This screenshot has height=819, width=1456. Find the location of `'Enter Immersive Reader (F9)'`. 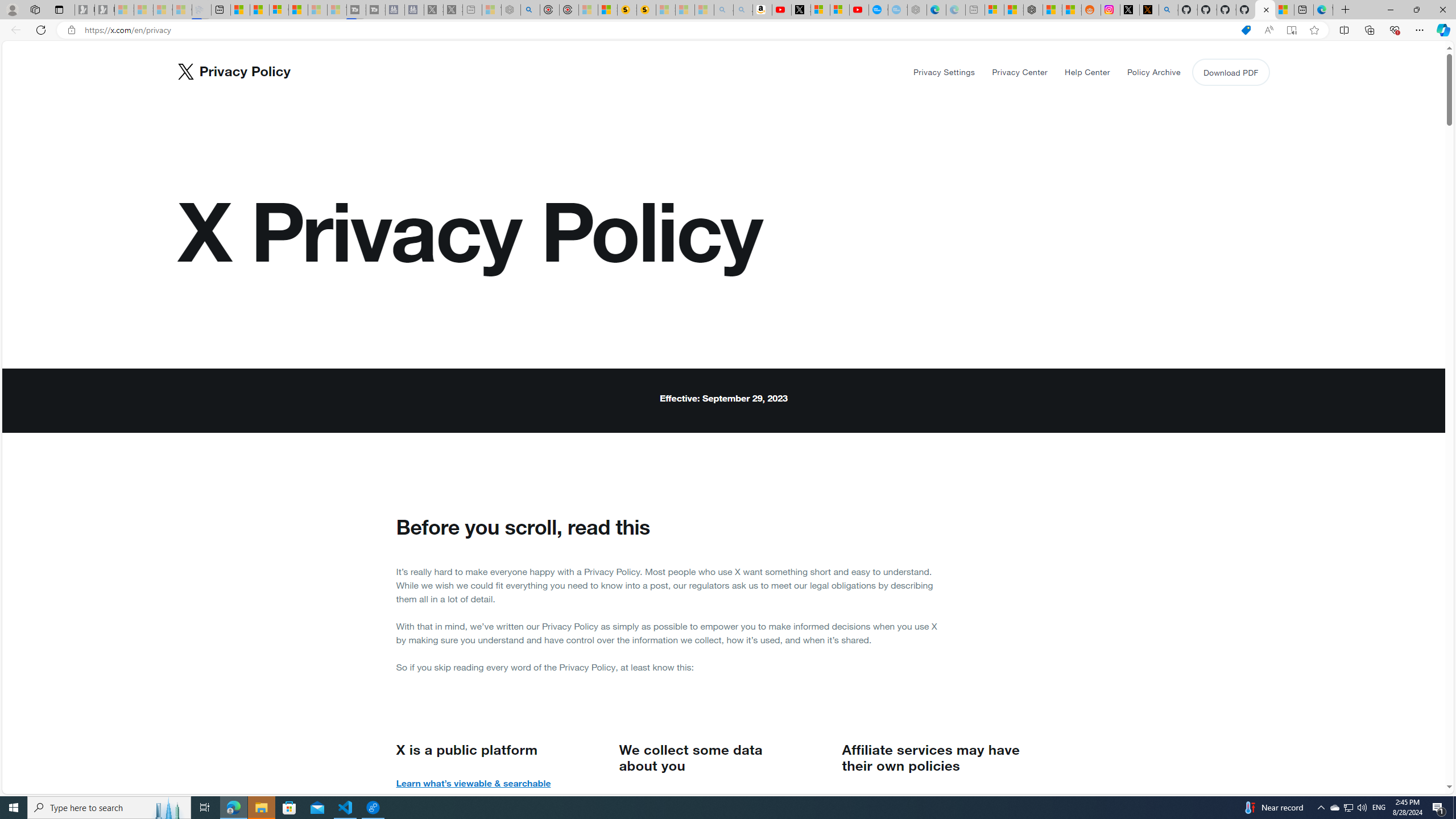

'Enter Immersive Reader (F9)' is located at coordinates (1291, 30).